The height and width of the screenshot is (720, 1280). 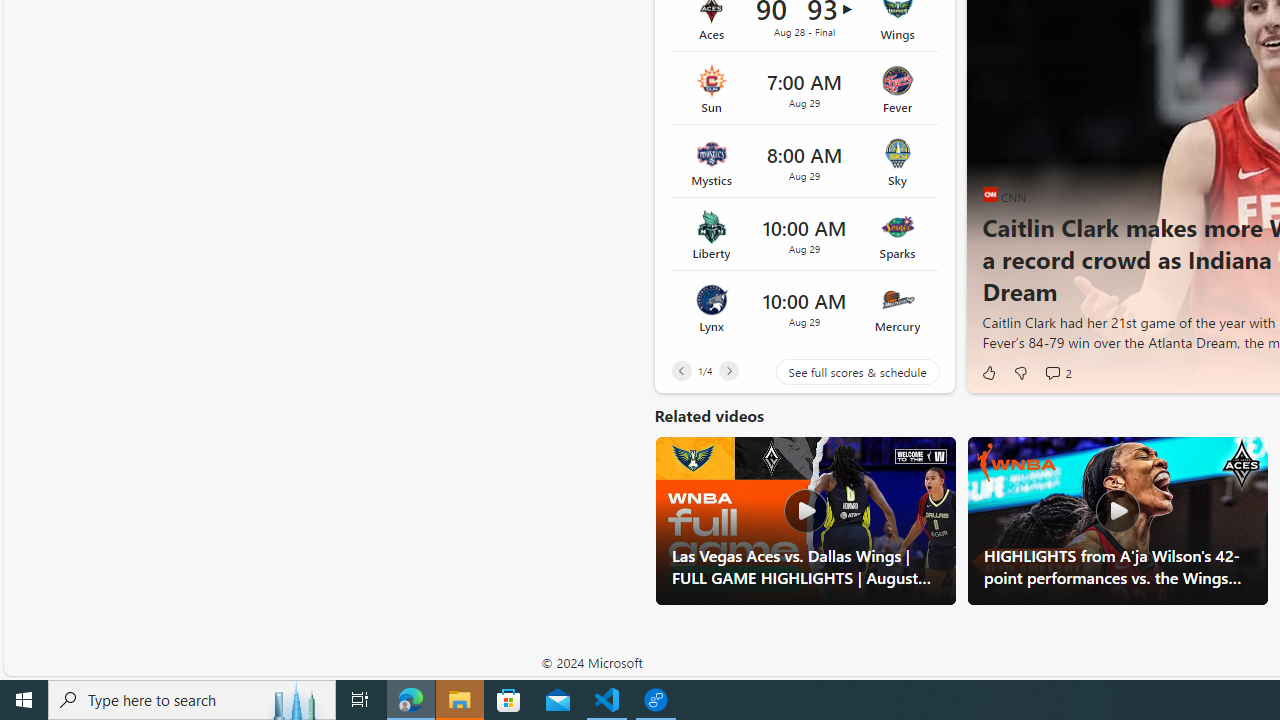 What do you see at coordinates (1056, 372) in the screenshot?
I see `'View comments 2 Comment'` at bounding box center [1056, 372].